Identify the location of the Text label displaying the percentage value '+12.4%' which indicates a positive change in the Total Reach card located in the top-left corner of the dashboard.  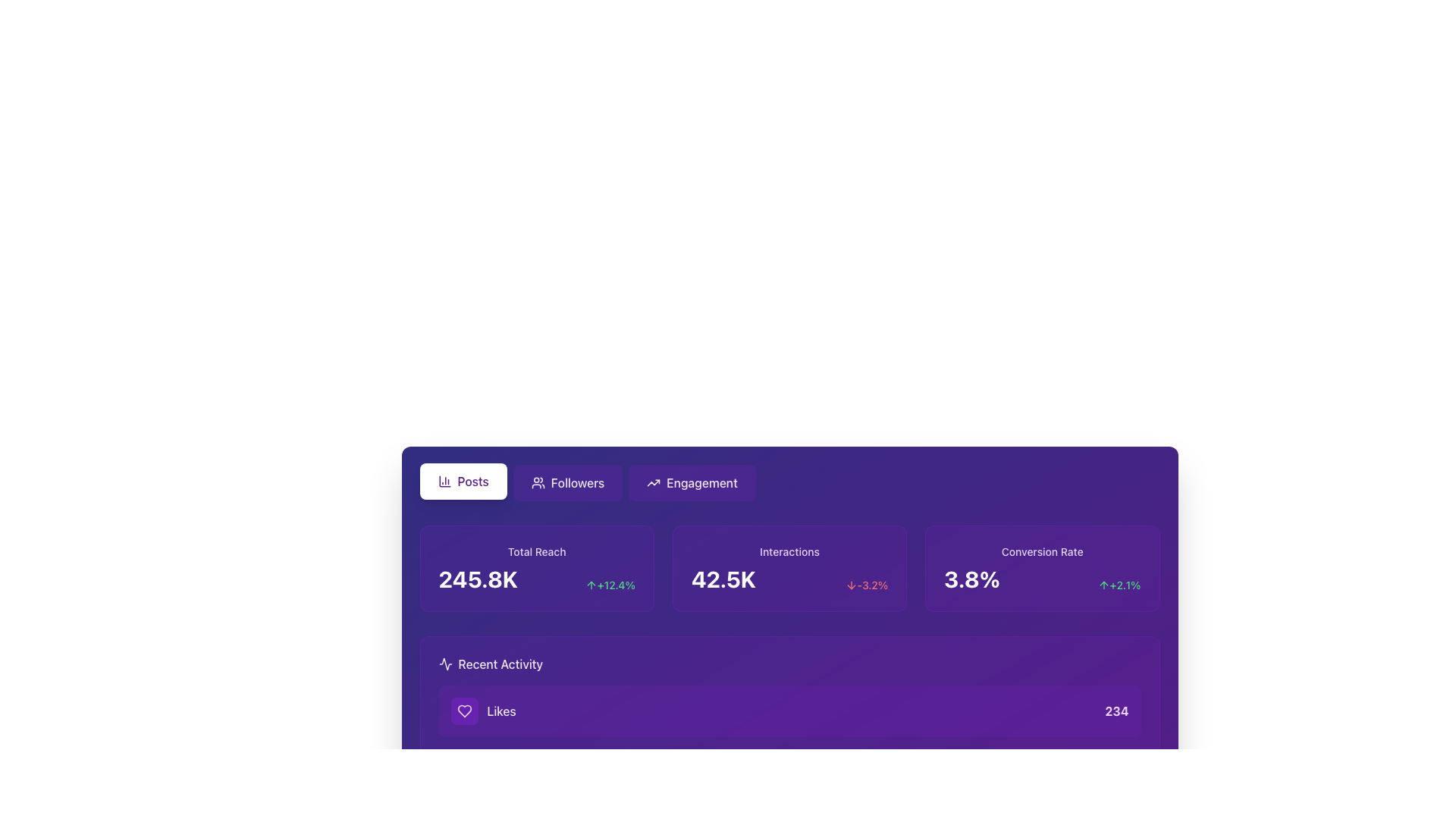
(610, 584).